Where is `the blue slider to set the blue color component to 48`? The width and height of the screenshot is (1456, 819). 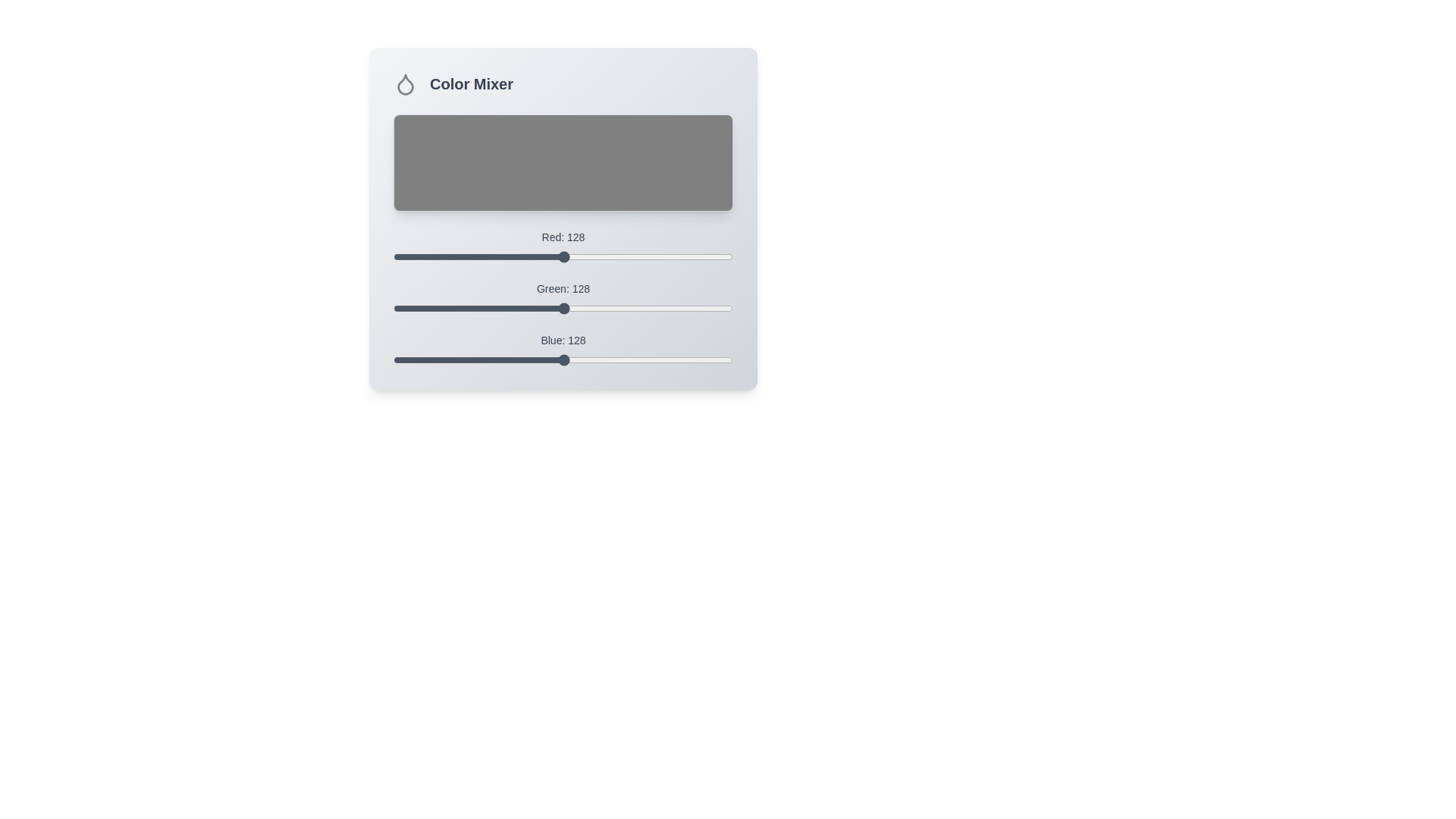
the blue slider to set the blue color component to 48 is located at coordinates (457, 359).